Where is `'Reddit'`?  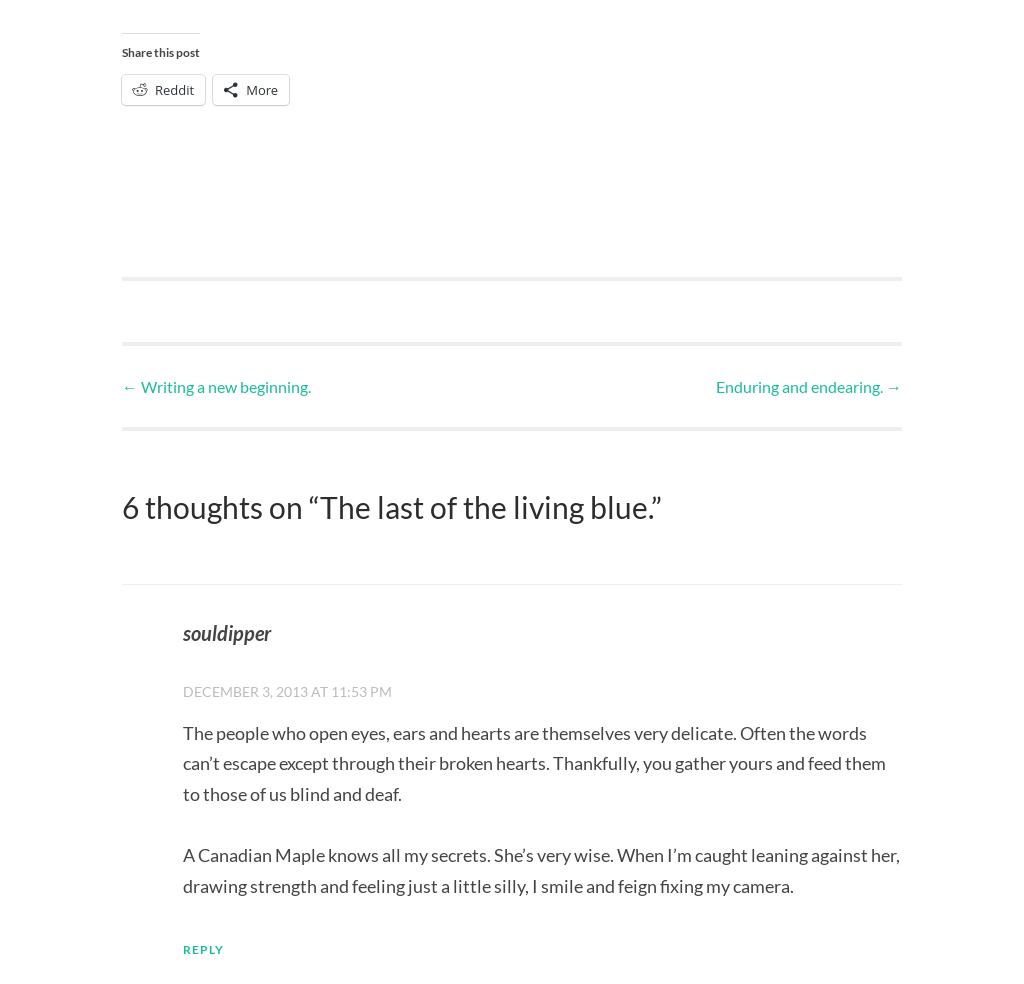 'Reddit' is located at coordinates (154, 87).